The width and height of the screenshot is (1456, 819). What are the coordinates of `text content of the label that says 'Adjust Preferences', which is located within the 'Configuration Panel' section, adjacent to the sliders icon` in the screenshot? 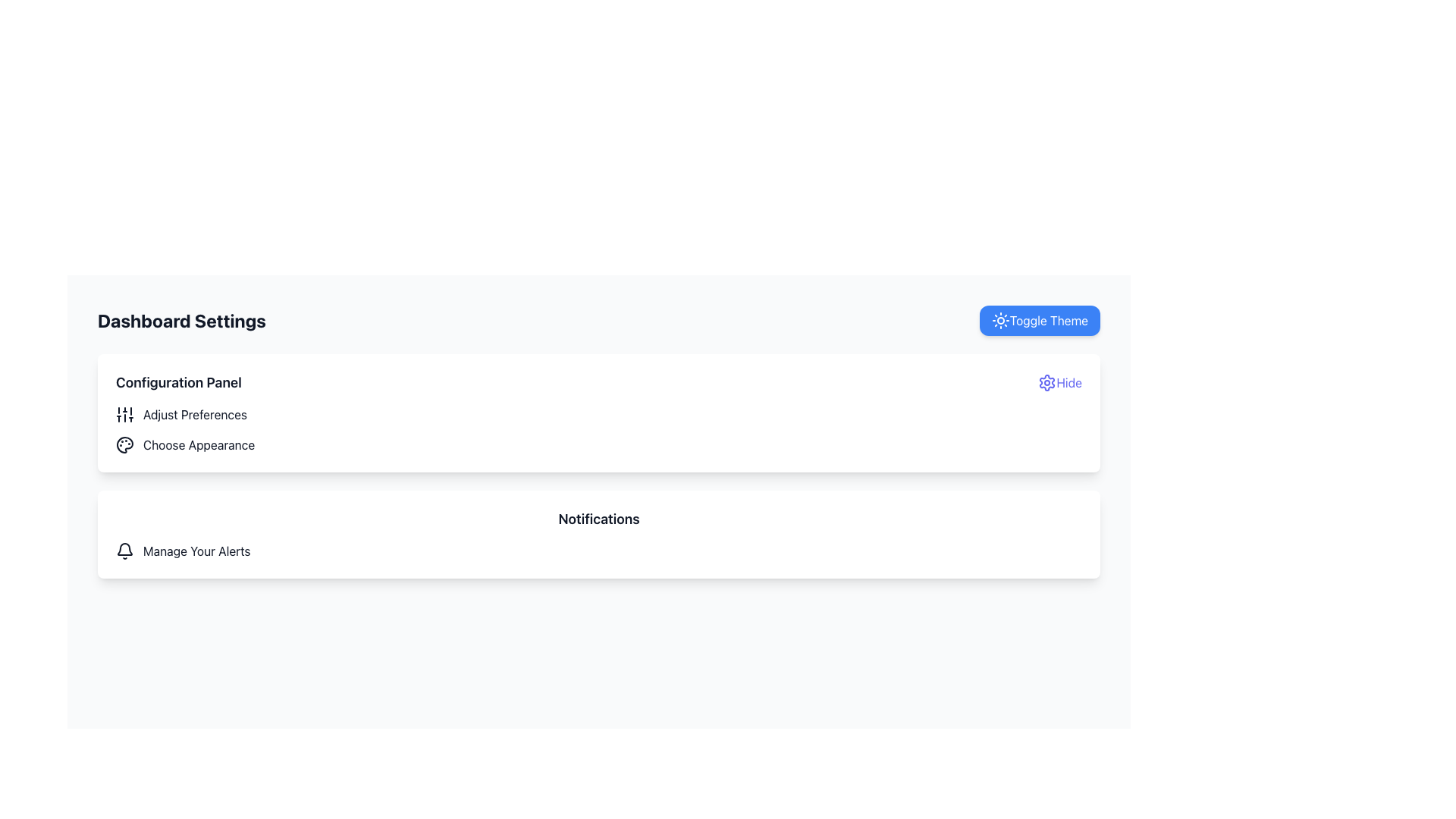 It's located at (194, 415).